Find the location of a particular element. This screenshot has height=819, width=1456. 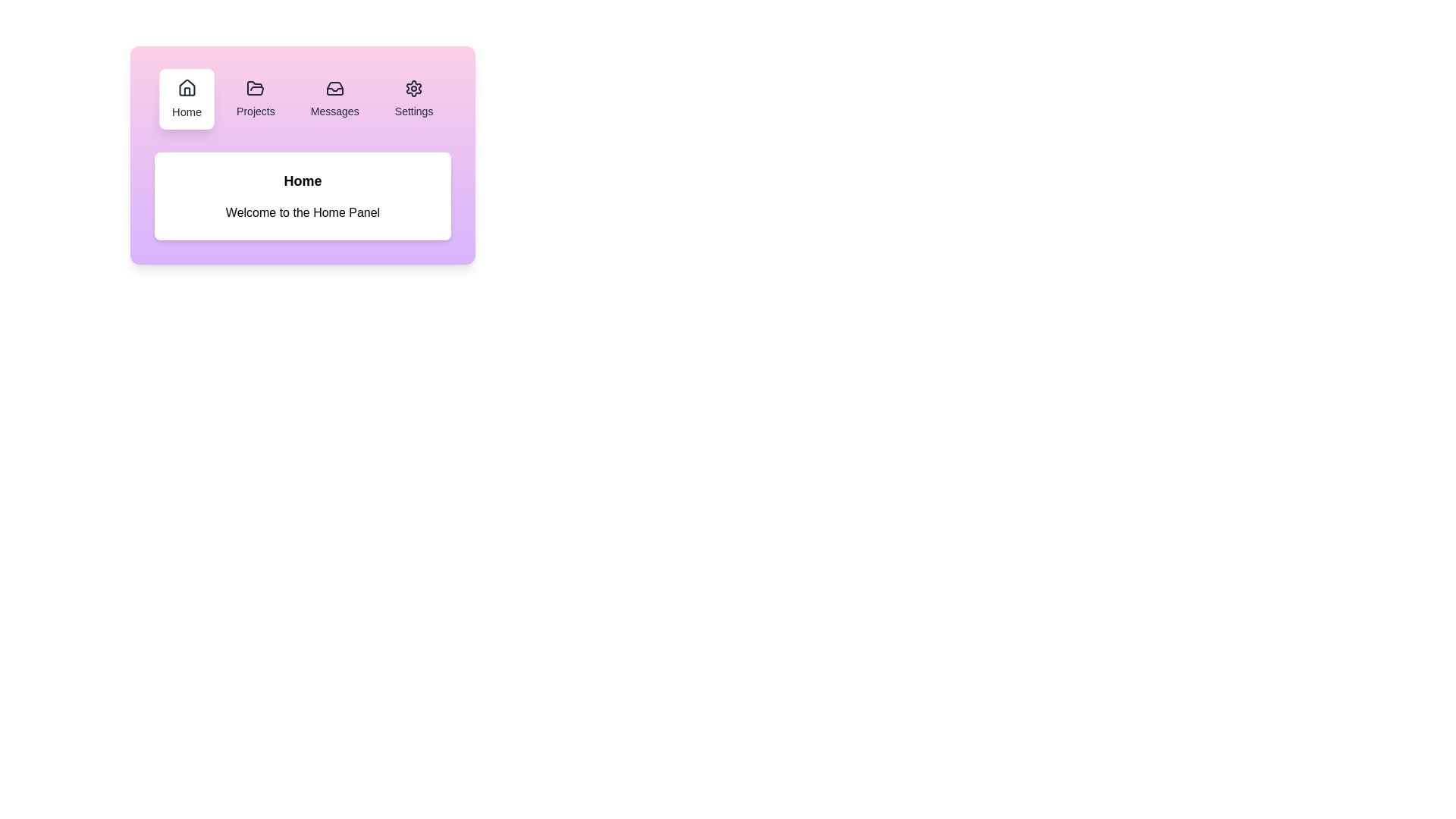

the 'Projects' icon in the navigation bar, which is positioned between the 'Home' icon and the 'Messages' icon is located at coordinates (256, 88).